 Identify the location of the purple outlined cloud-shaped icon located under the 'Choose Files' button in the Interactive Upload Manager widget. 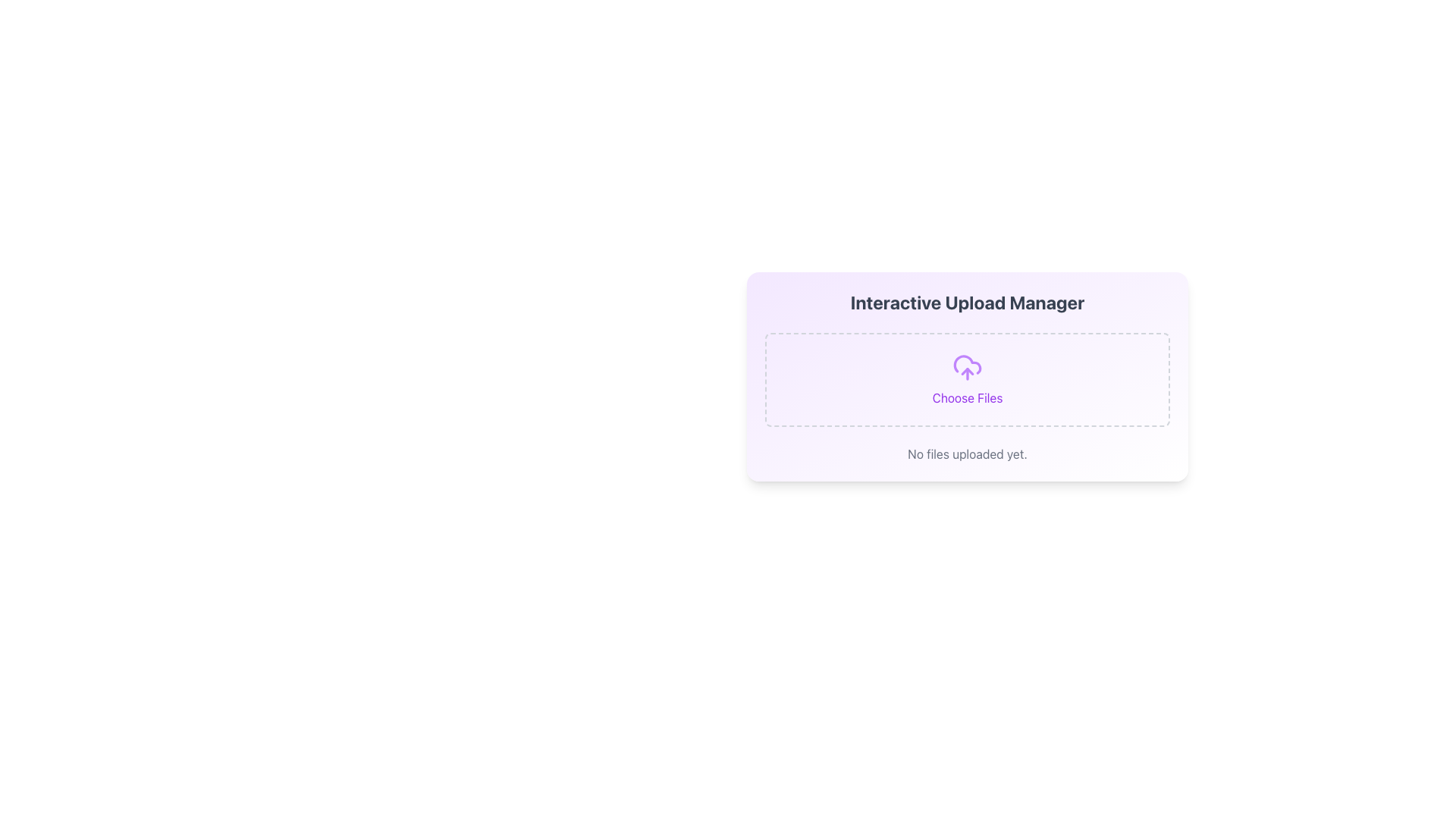
(967, 365).